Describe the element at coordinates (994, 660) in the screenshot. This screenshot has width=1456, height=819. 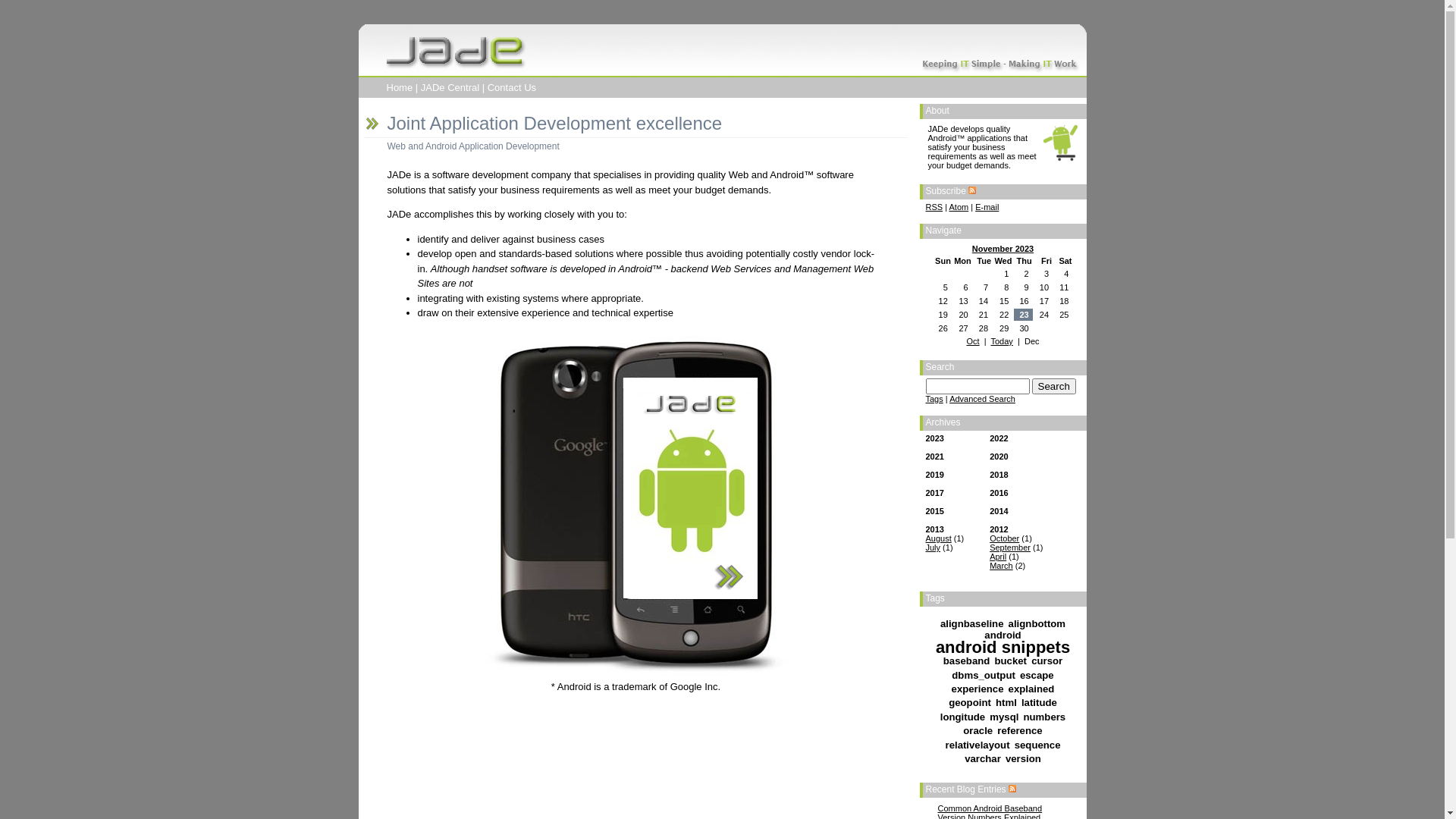
I see `'bucket'` at that location.